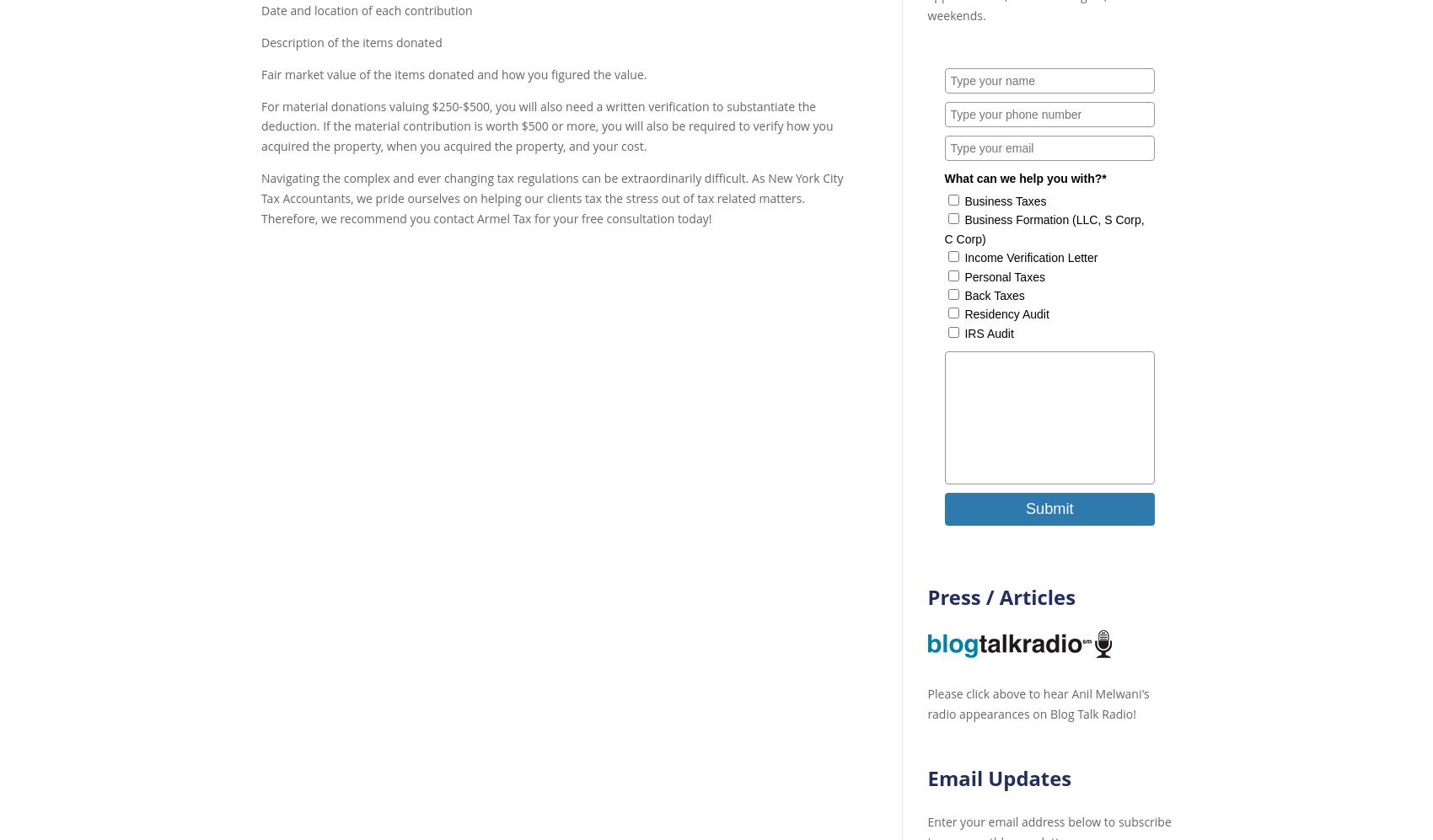 The width and height of the screenshot is (1433, 840). Describe the element at coordinates (1003, 276) in the screenshot. I see `'Personal Taxes'` at that location.